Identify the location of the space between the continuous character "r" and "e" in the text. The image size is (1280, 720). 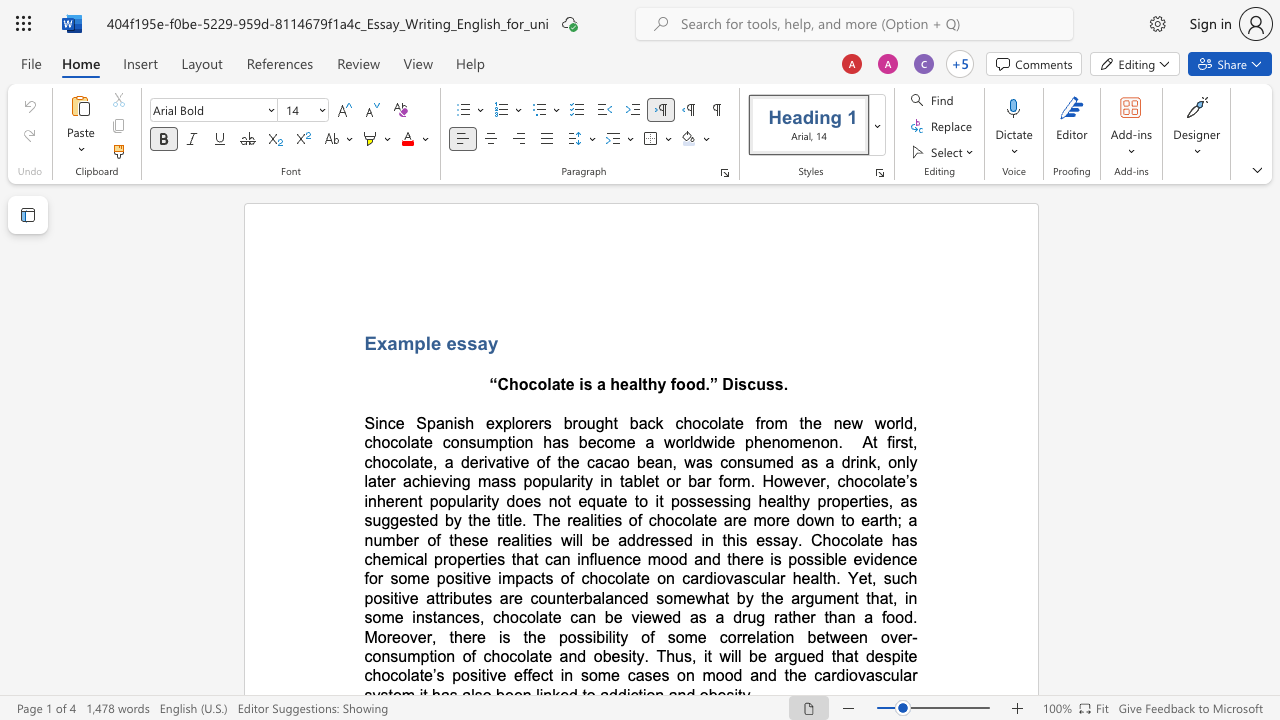
(400, 500).